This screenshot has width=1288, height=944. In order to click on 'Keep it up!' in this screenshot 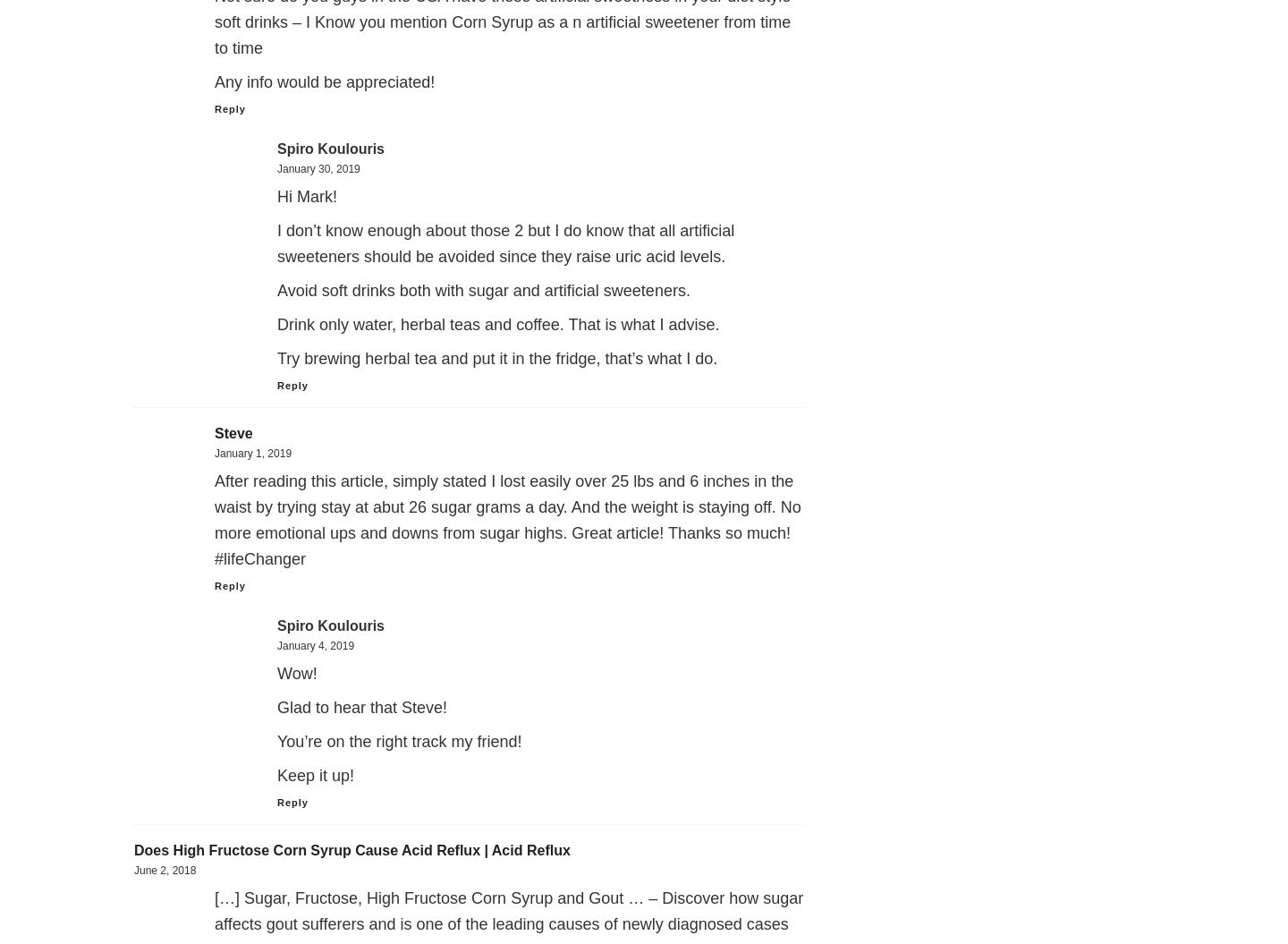, I will do `click(277, 775)`.